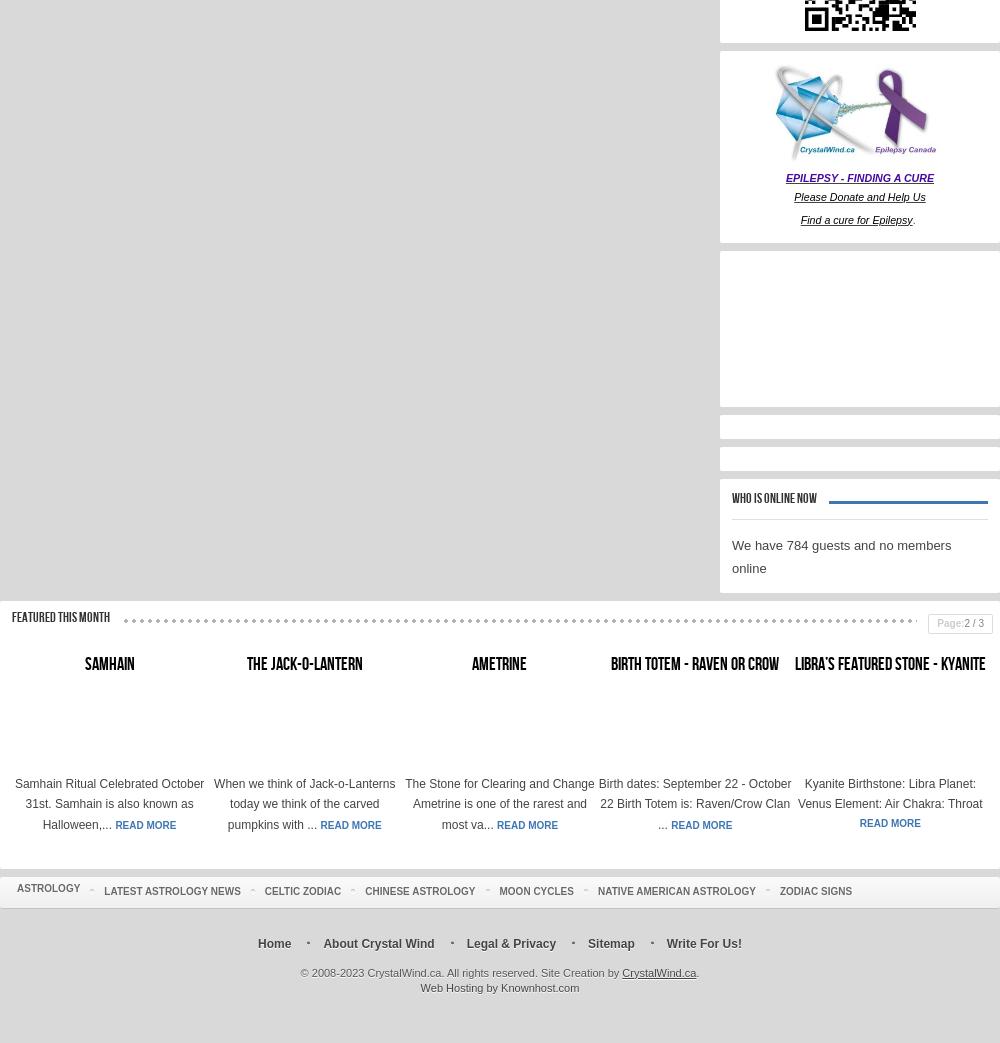  What do you see at coordinates (610, 941) in the screenshot?
I see `'Sitemap'` at bounding box center [610, 941].